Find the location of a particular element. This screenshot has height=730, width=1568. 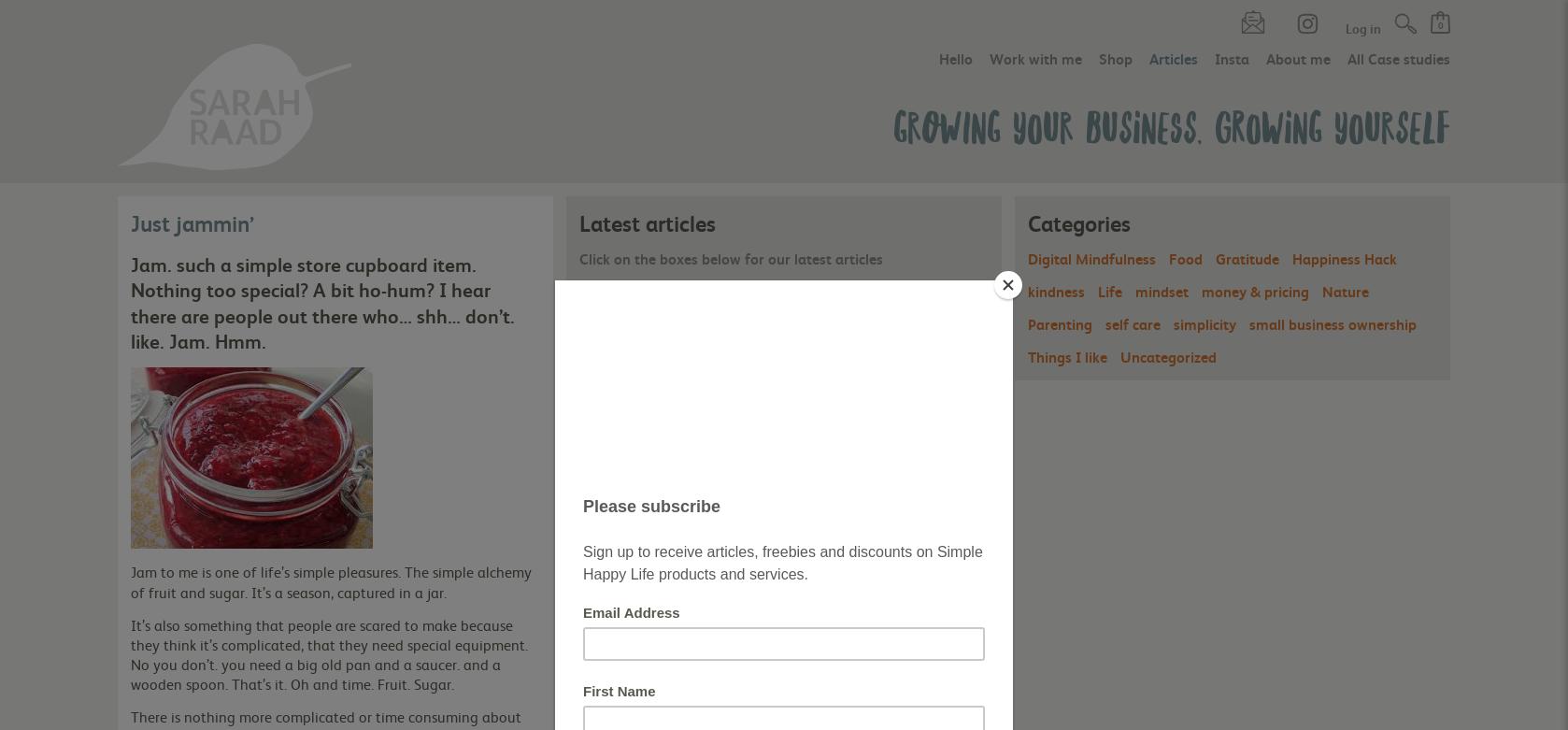

'mindset' is located at coordinates (1162, 290).